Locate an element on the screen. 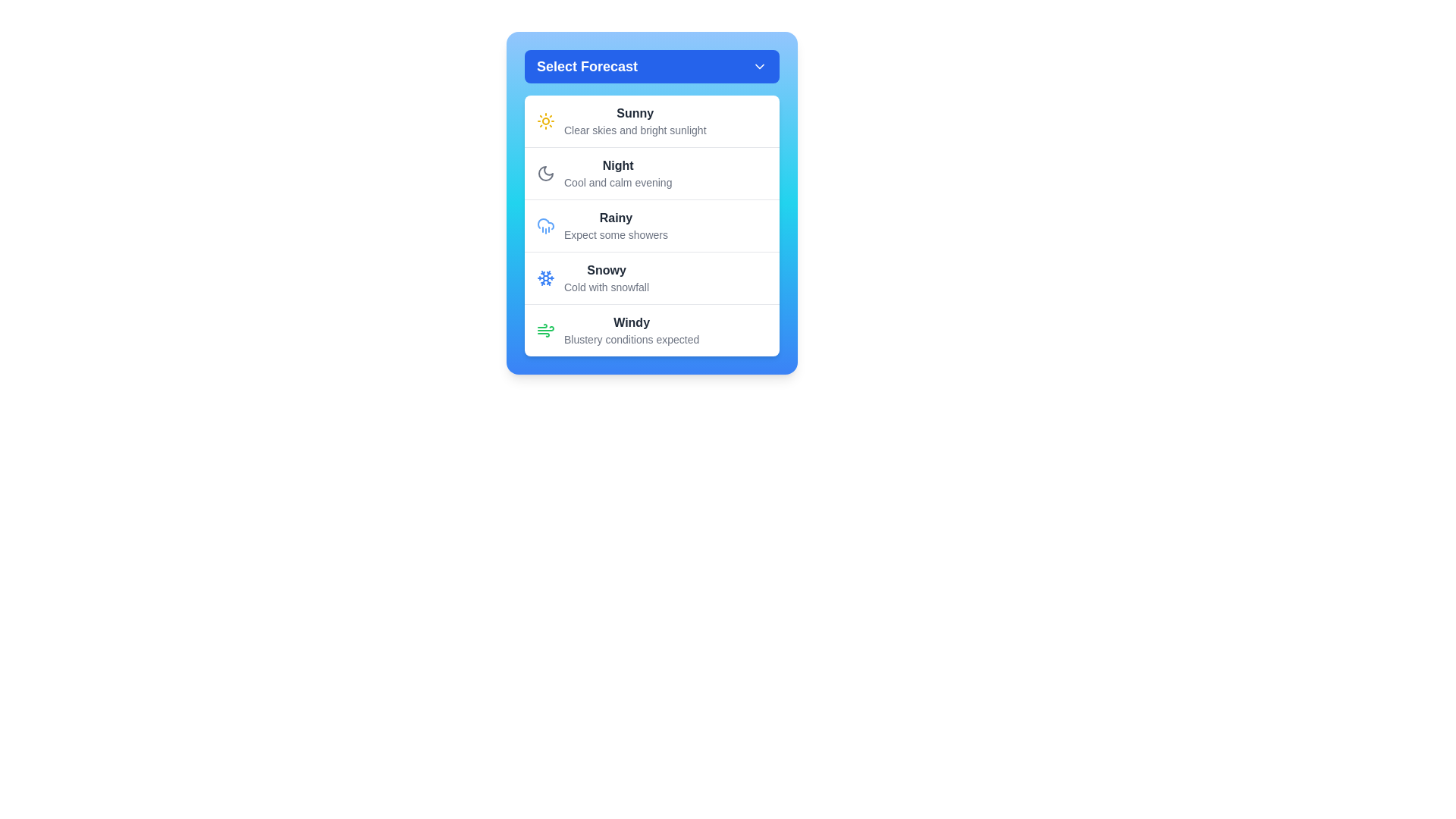  the second list item featuring a crescent moon icon, labeled 'Night' is located at coordinates (651, 171).